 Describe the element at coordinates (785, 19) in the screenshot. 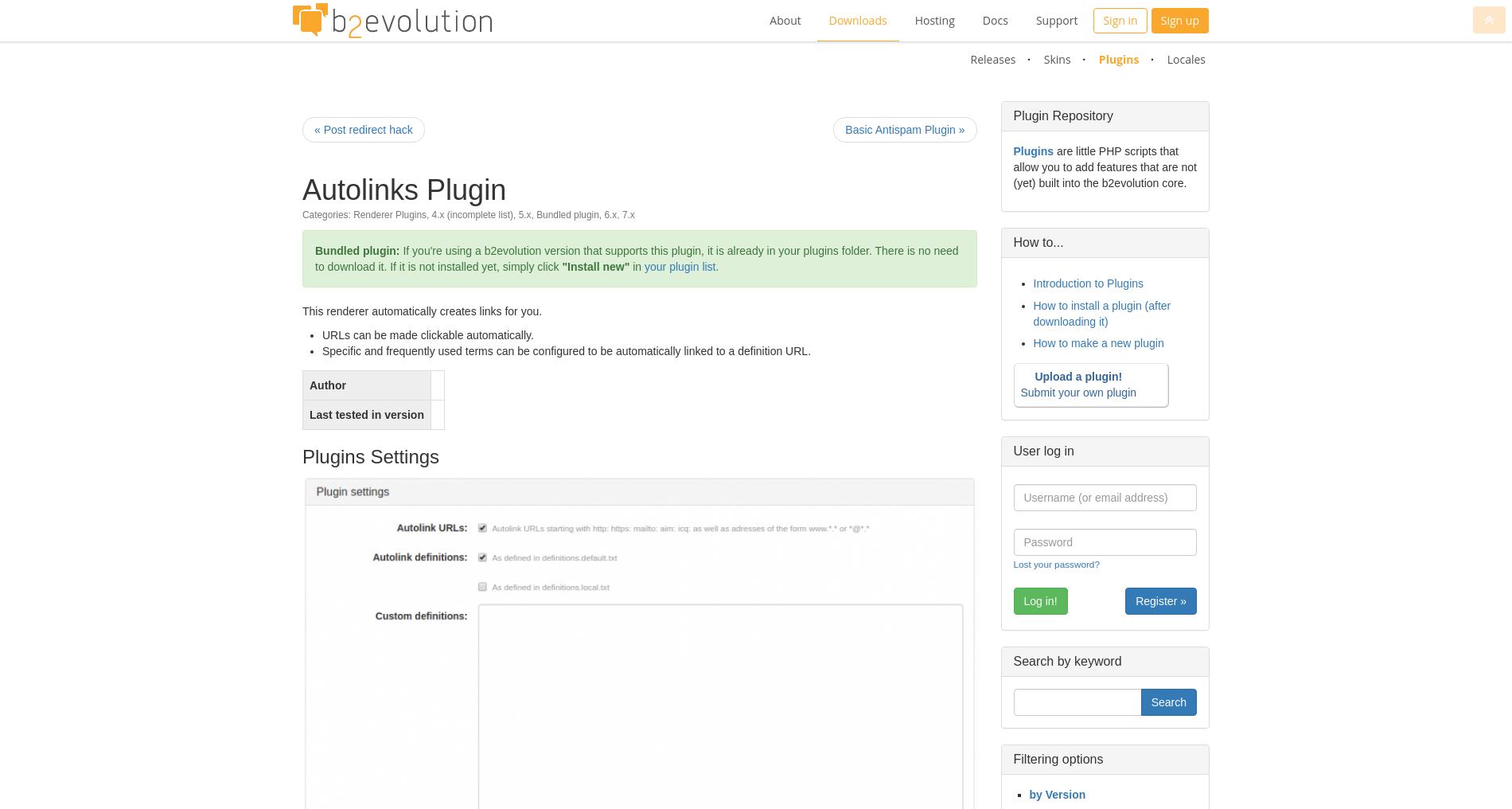

I see `'About'` at that location.